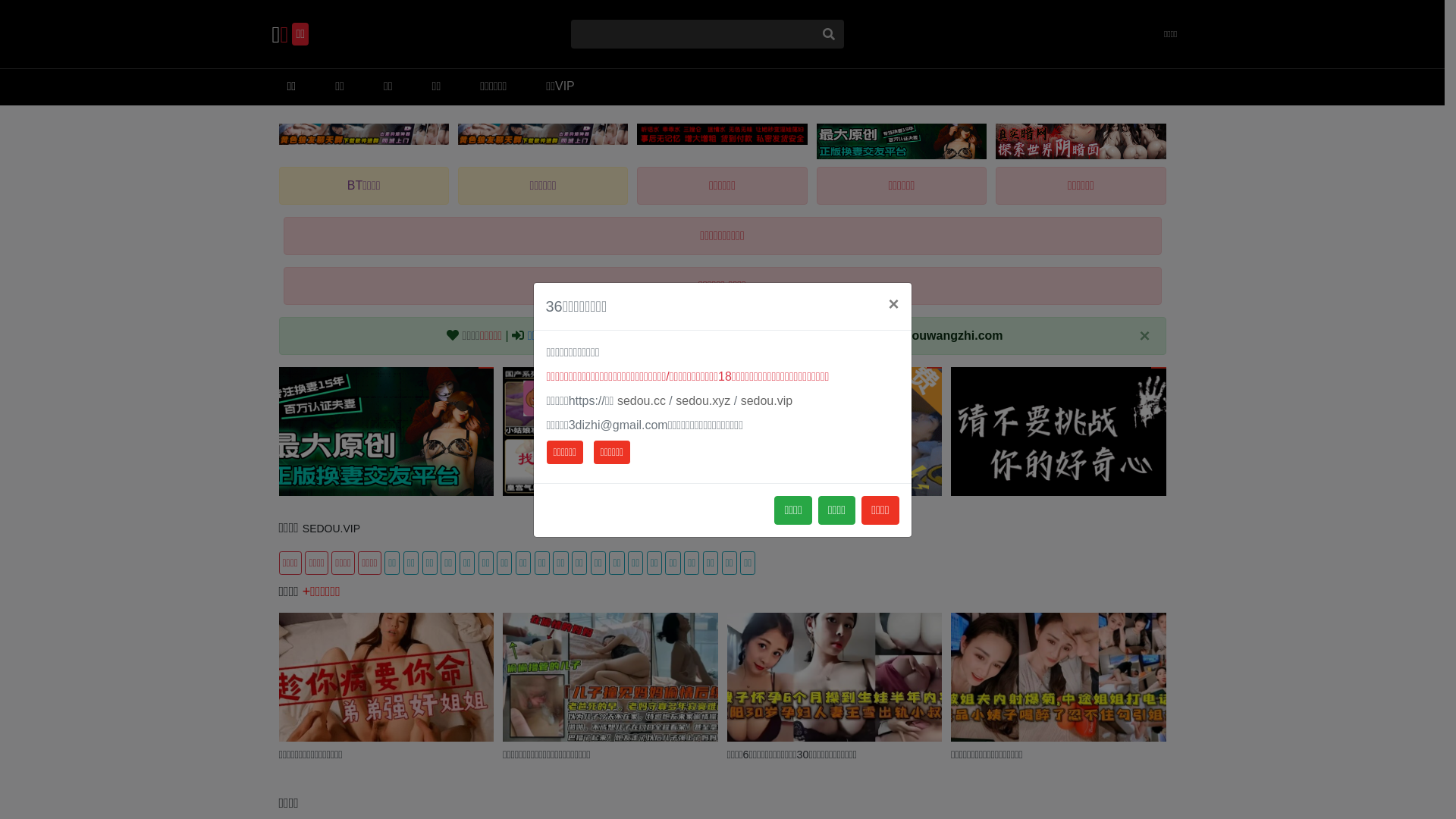  What do you see at coordinates (330, 528) in the screenshot?
I see `'SEDOU.VIP'` at bounding box center [330, 528].